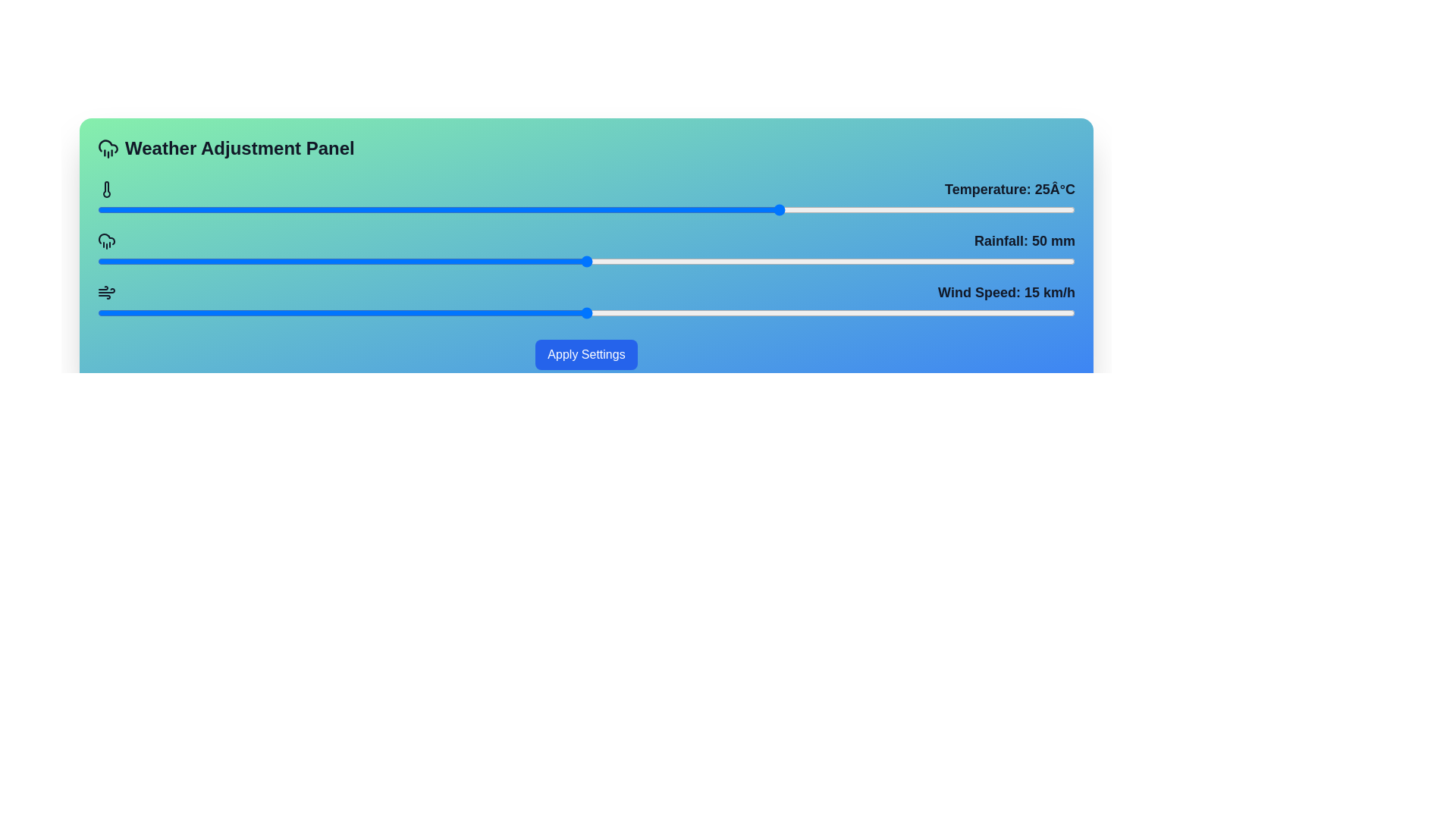 This screenshot has width=1456, height=819. What do you see at coordinates (645, 210) in the screenshot?
I see `the temperature slider` at bounding box center [645, 210].